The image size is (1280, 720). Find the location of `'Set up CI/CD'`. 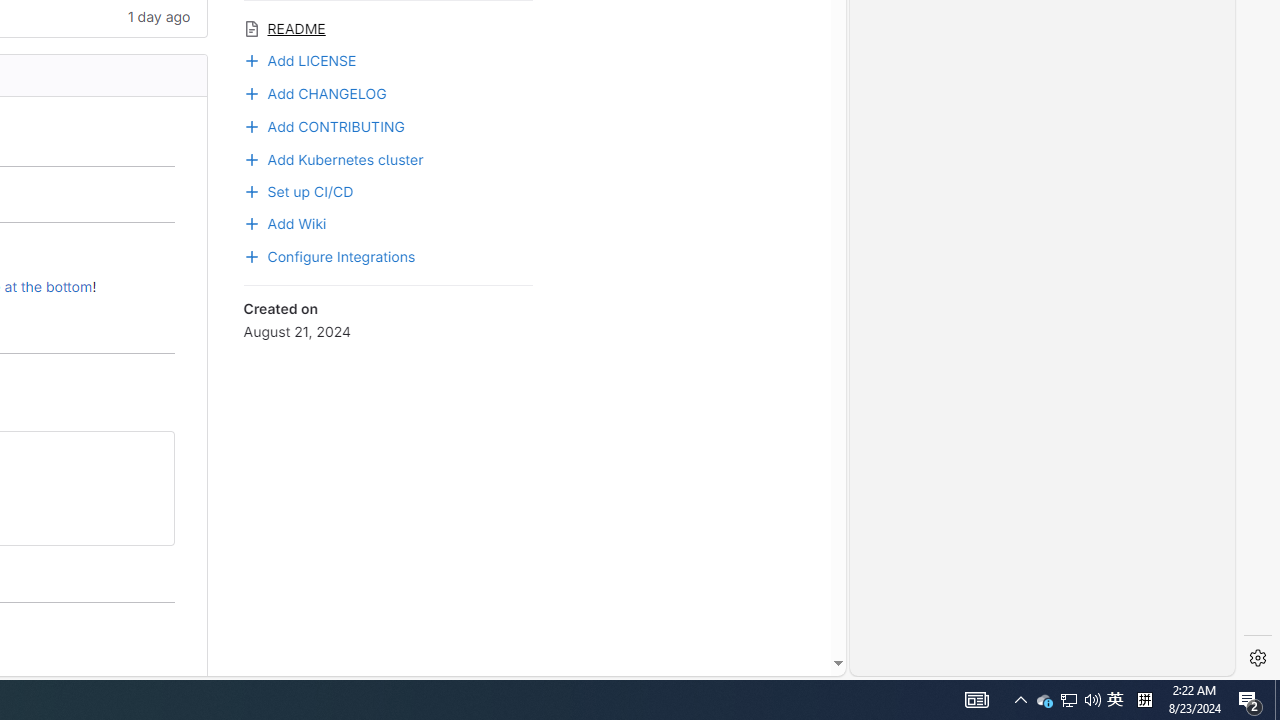

'Set up CI/CD' is located at coordinates (387, 189).